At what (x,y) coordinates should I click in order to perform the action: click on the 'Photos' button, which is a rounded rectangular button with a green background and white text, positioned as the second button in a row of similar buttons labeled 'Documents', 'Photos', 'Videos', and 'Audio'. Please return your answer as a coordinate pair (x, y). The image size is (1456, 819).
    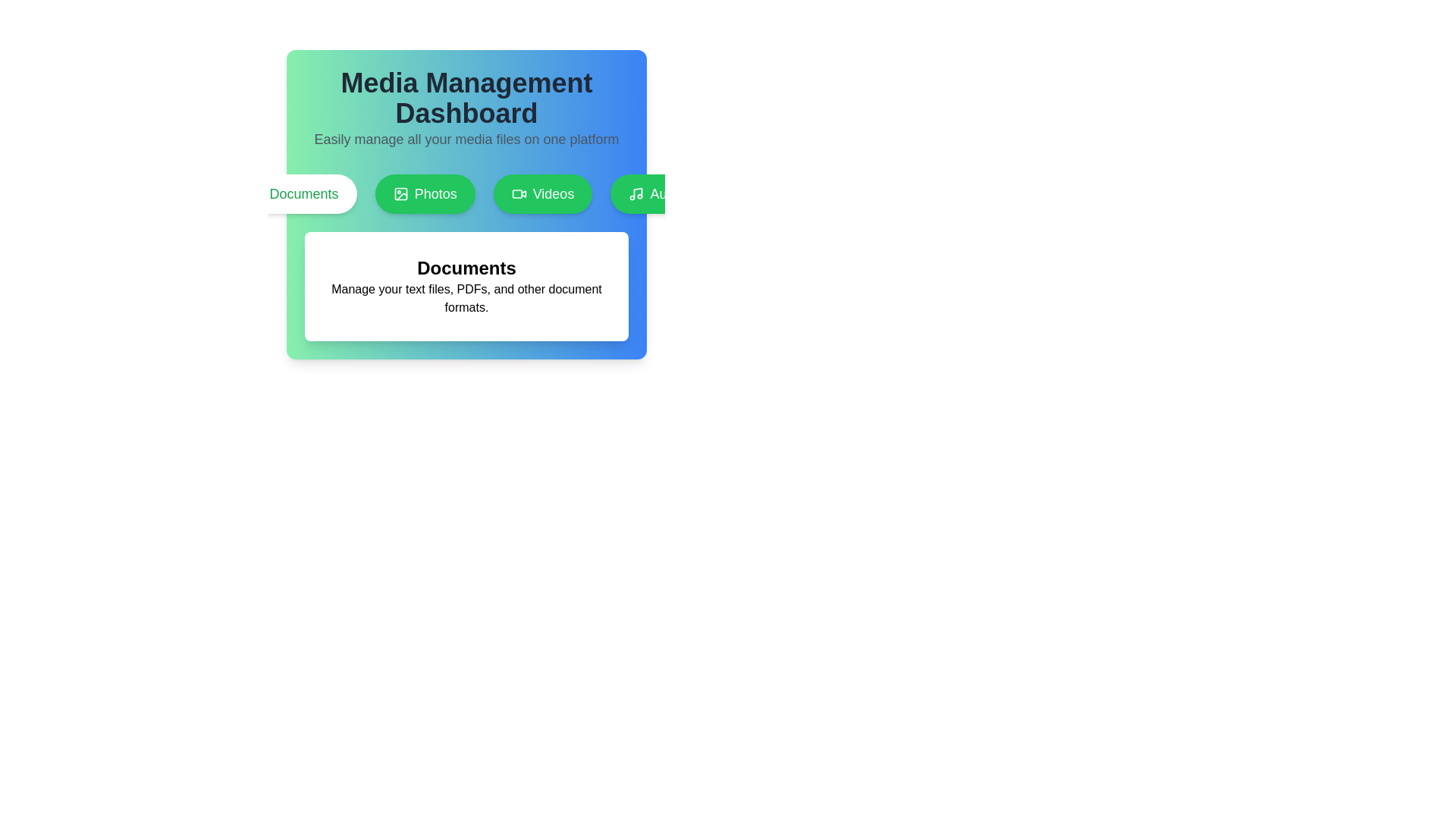
    Looking at the image, I should click on (466, 193).